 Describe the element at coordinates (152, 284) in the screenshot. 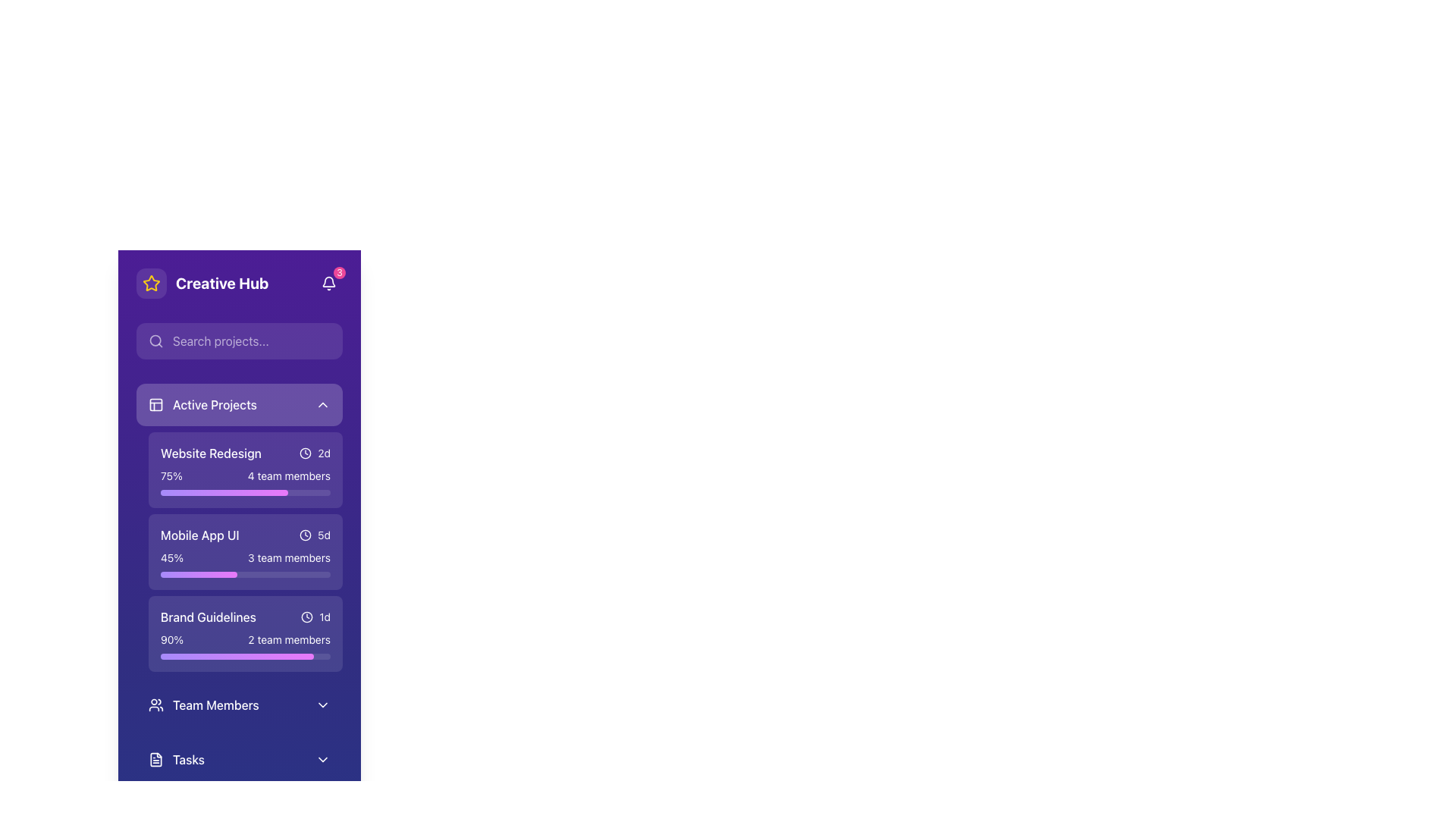

I see `the favorites button located to the left of the 'Creative Hub' title, which serves to highlight or indicate featured items` at that location.